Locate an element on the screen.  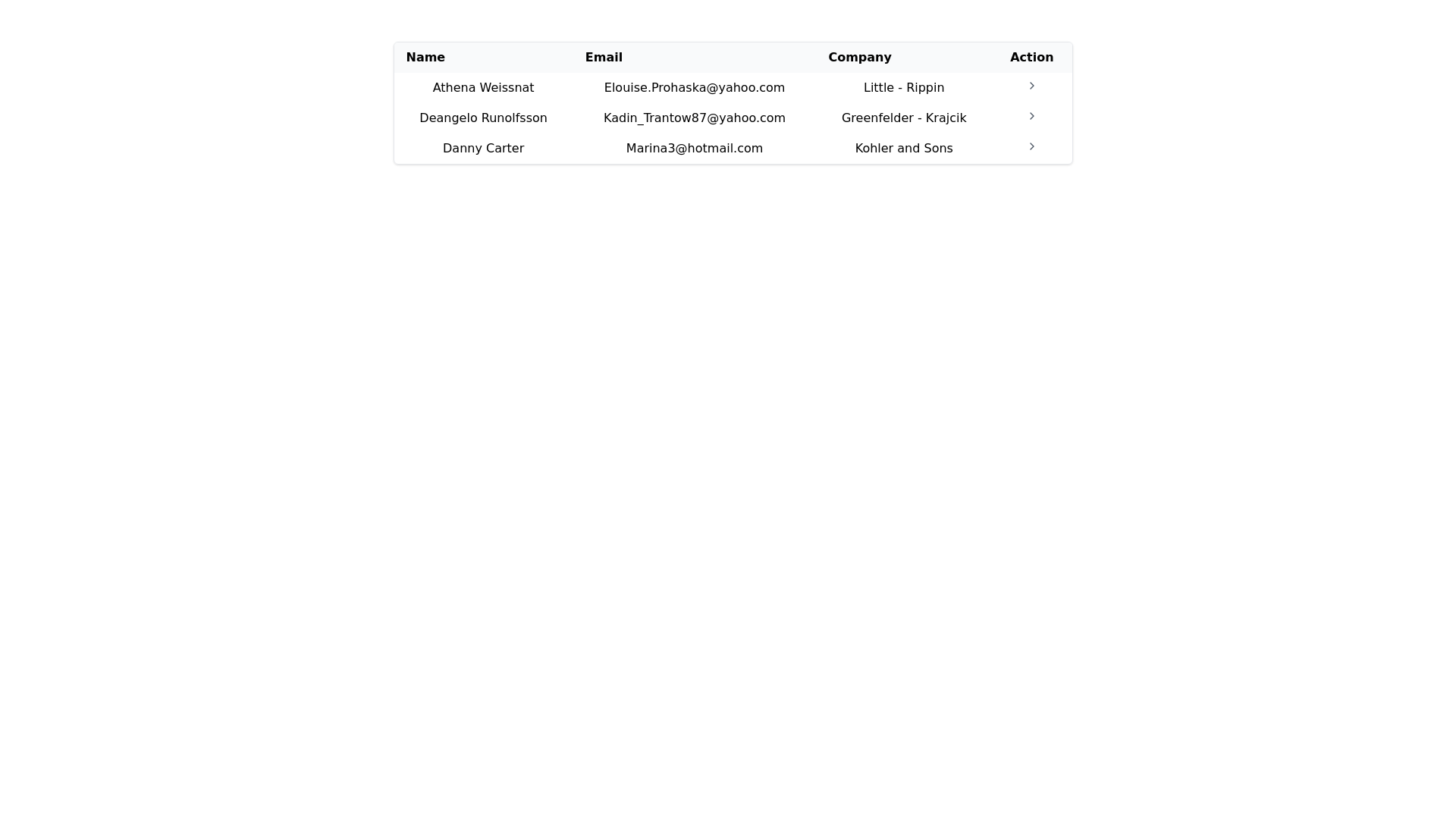
the clickable icon in the last column of the second row associated with user 'Deangelo Runolfsson' is located at coordinates (1031, 117).